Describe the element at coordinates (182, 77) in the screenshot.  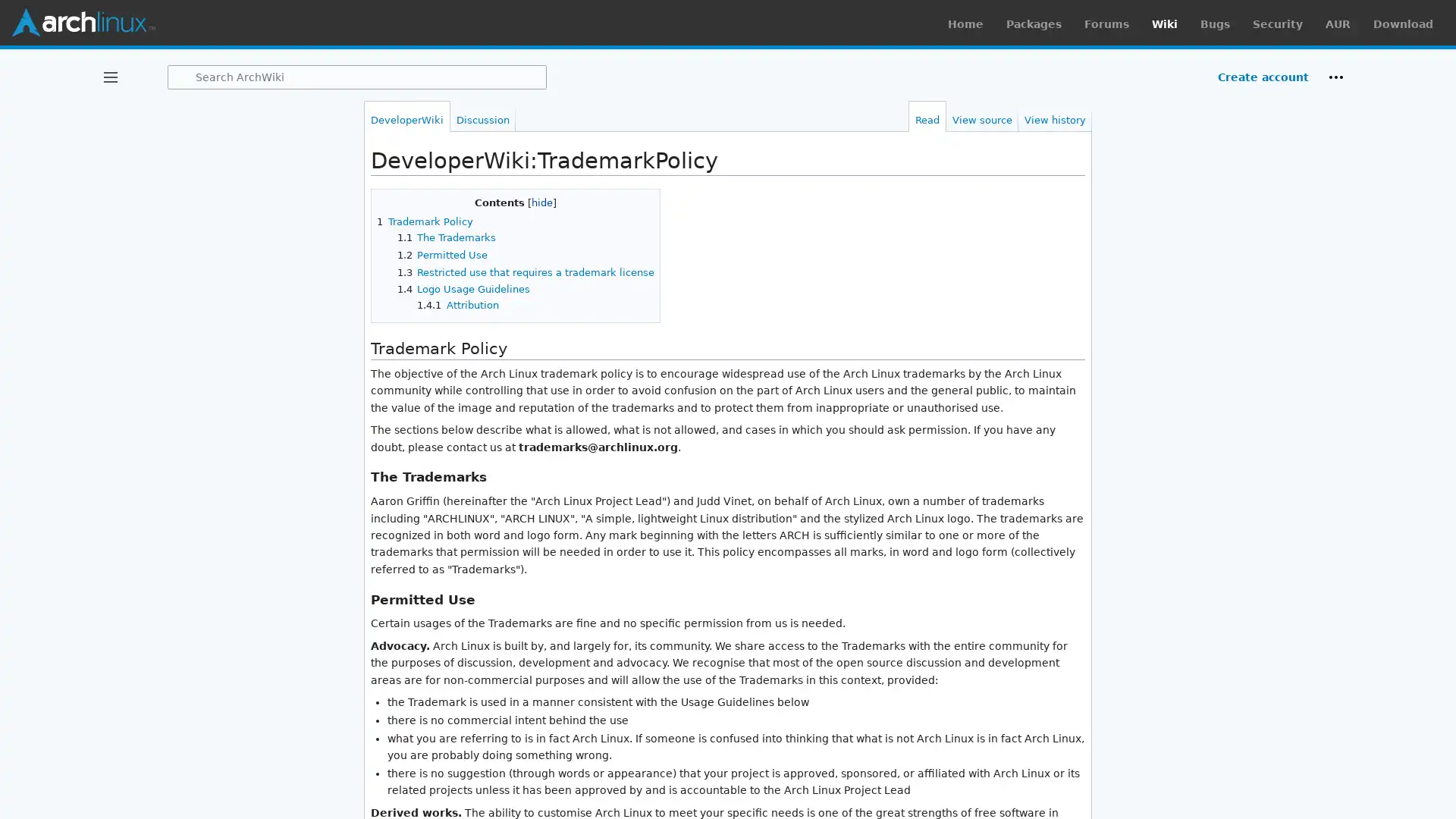
I see `Go` at that location.